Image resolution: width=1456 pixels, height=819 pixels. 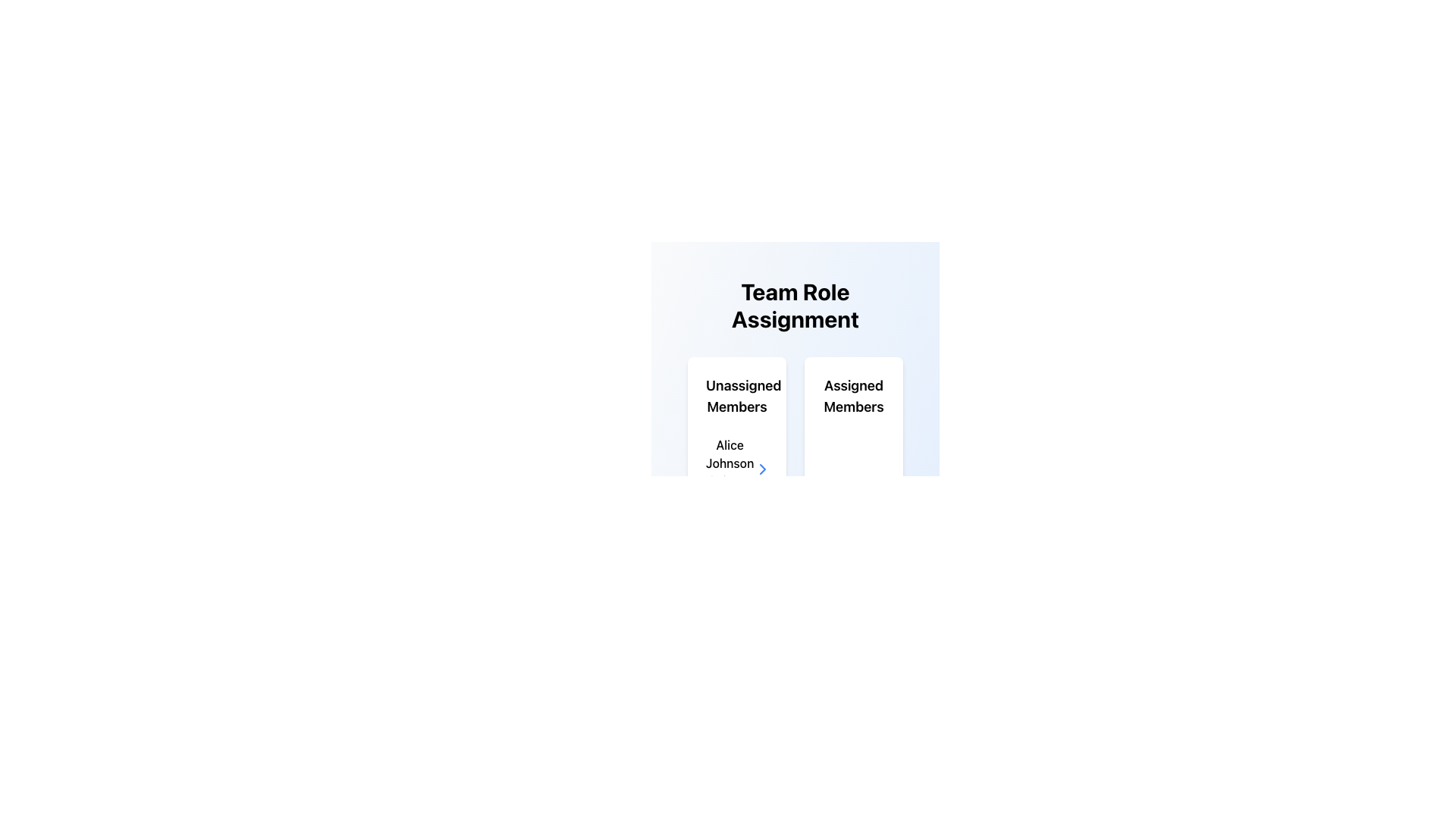 What do you see at coordinates (730, 453) in the screenshot?
I see `the Text Display element which serves as a visual identifier for a team member, located above the 'Software Engineer' text in the 'Unassigned Members' section` at bounding box center [730, 453].